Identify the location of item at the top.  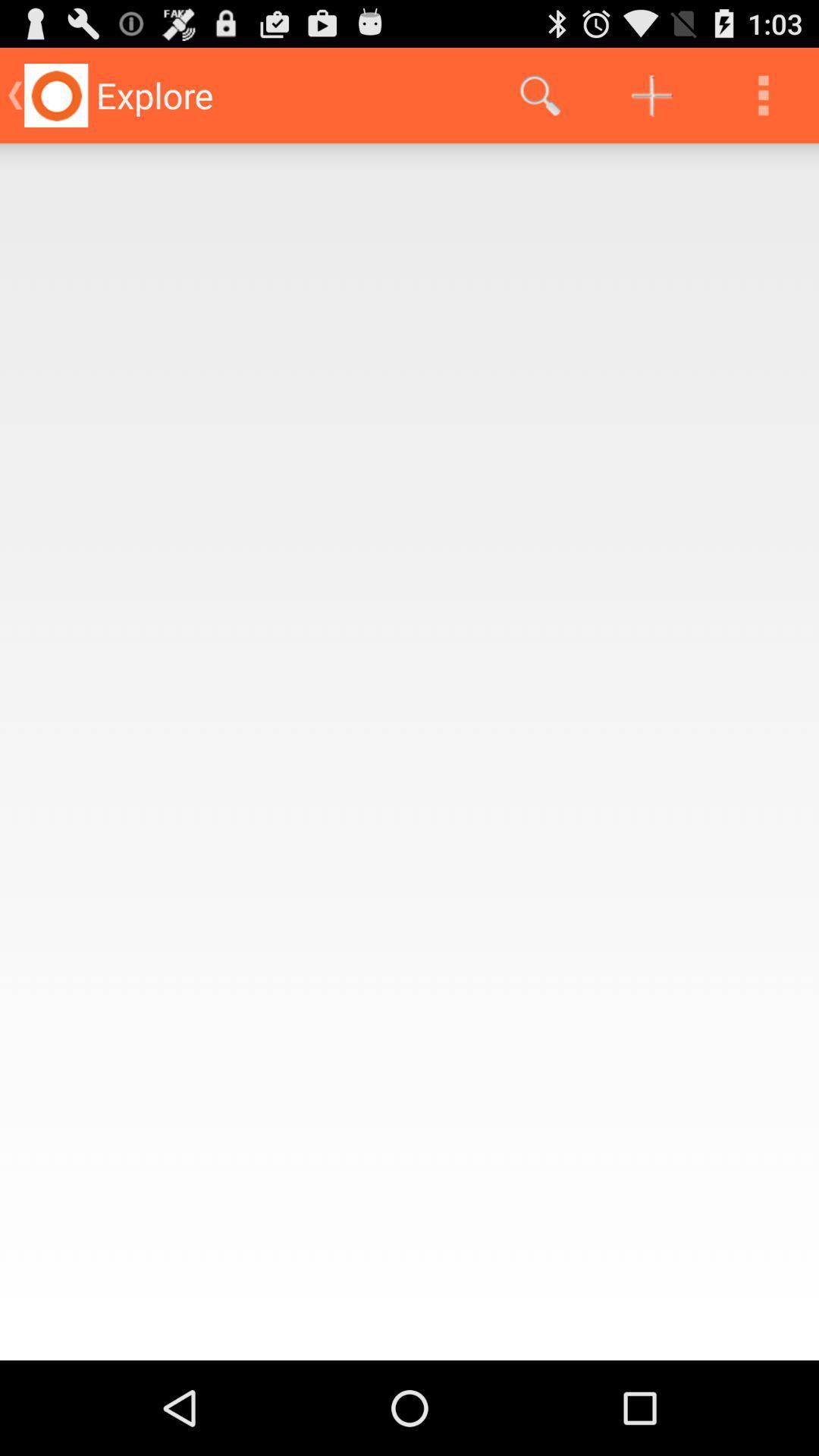
(539, 94).